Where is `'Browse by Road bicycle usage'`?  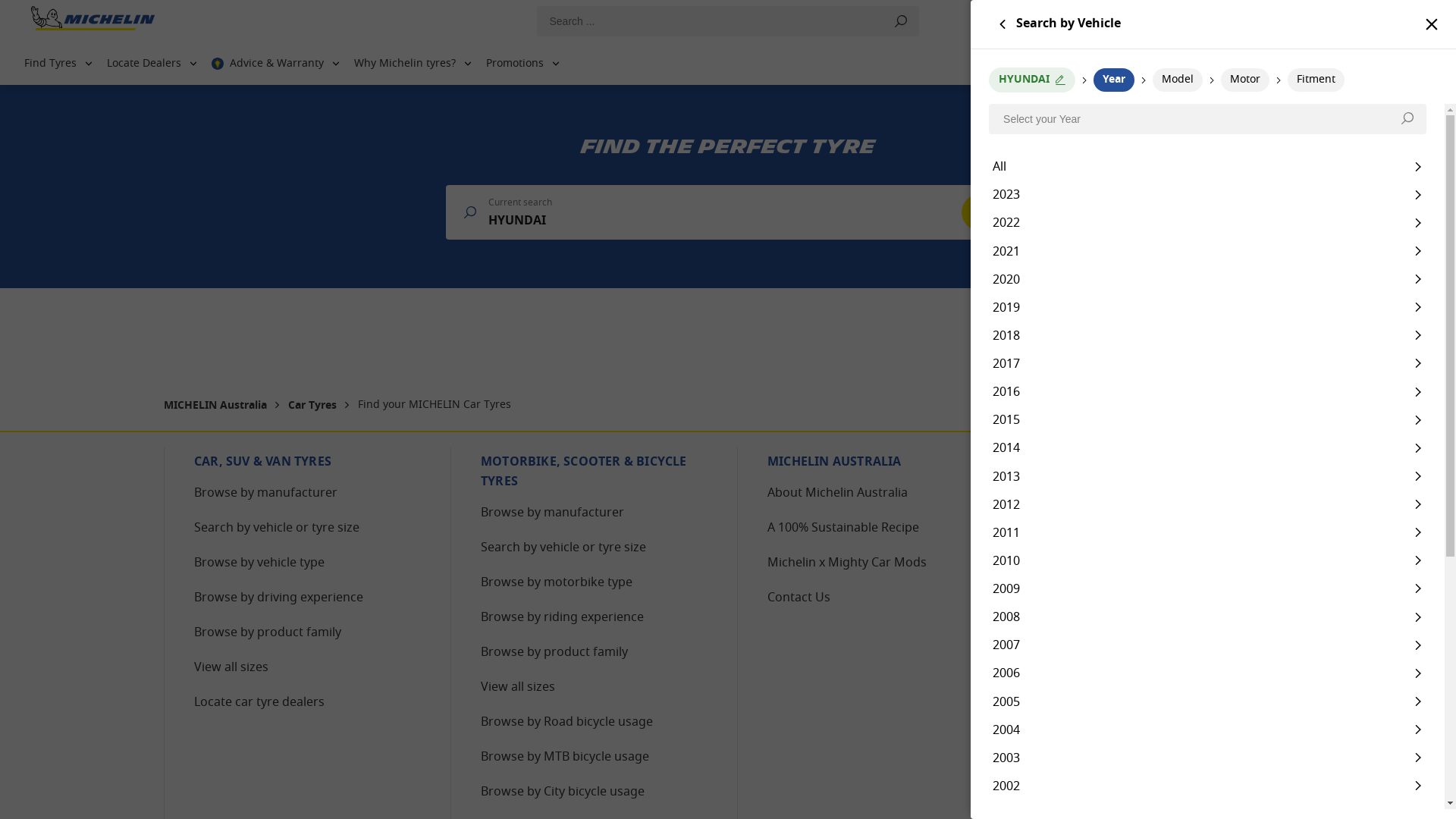 'Browse by Road bicycle usage' is located at coordinates (566, 721).